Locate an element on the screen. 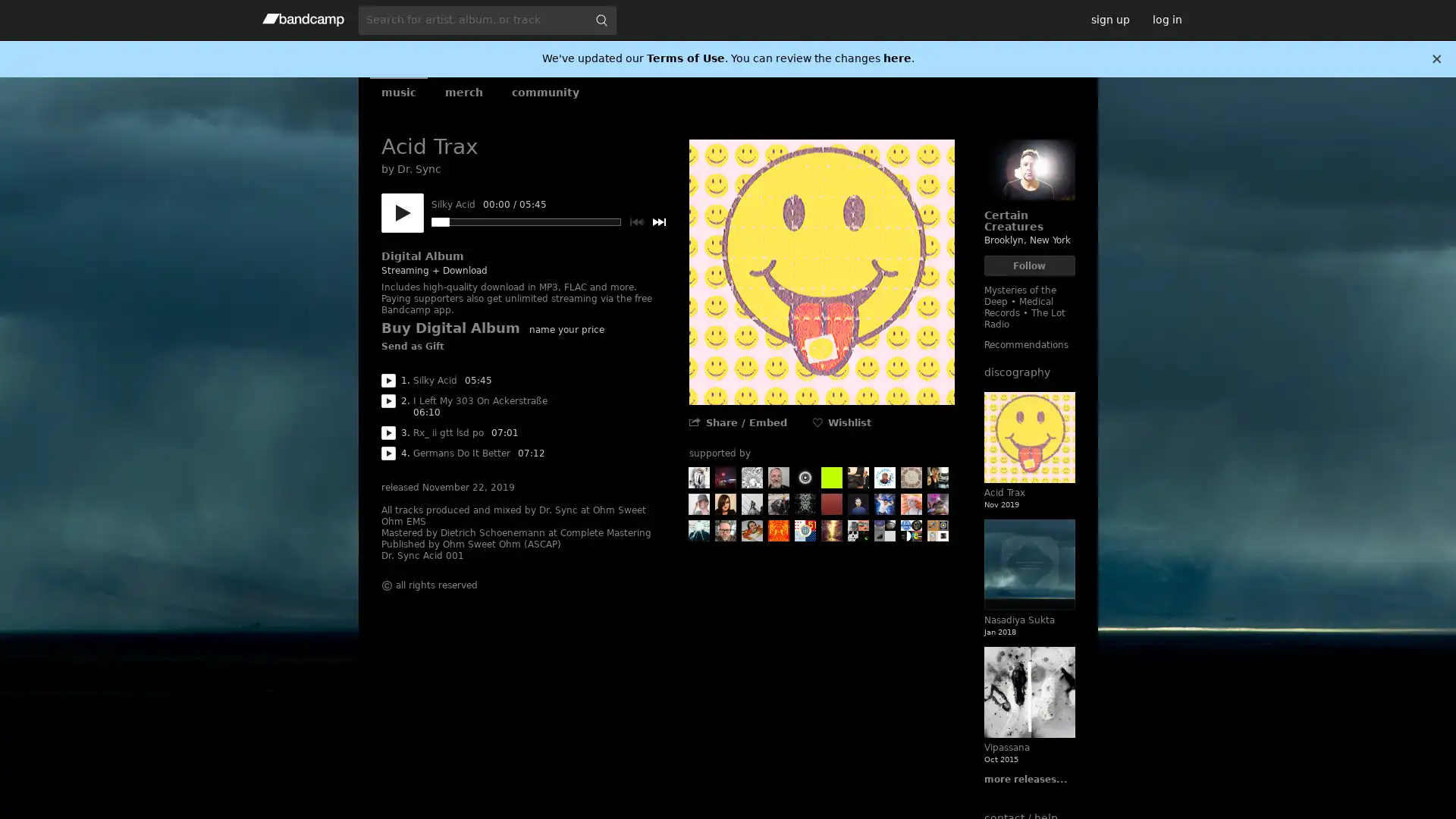 The height and width of the screenshot is (819, 1456). Play/pause is located at coordinates (401, 213).